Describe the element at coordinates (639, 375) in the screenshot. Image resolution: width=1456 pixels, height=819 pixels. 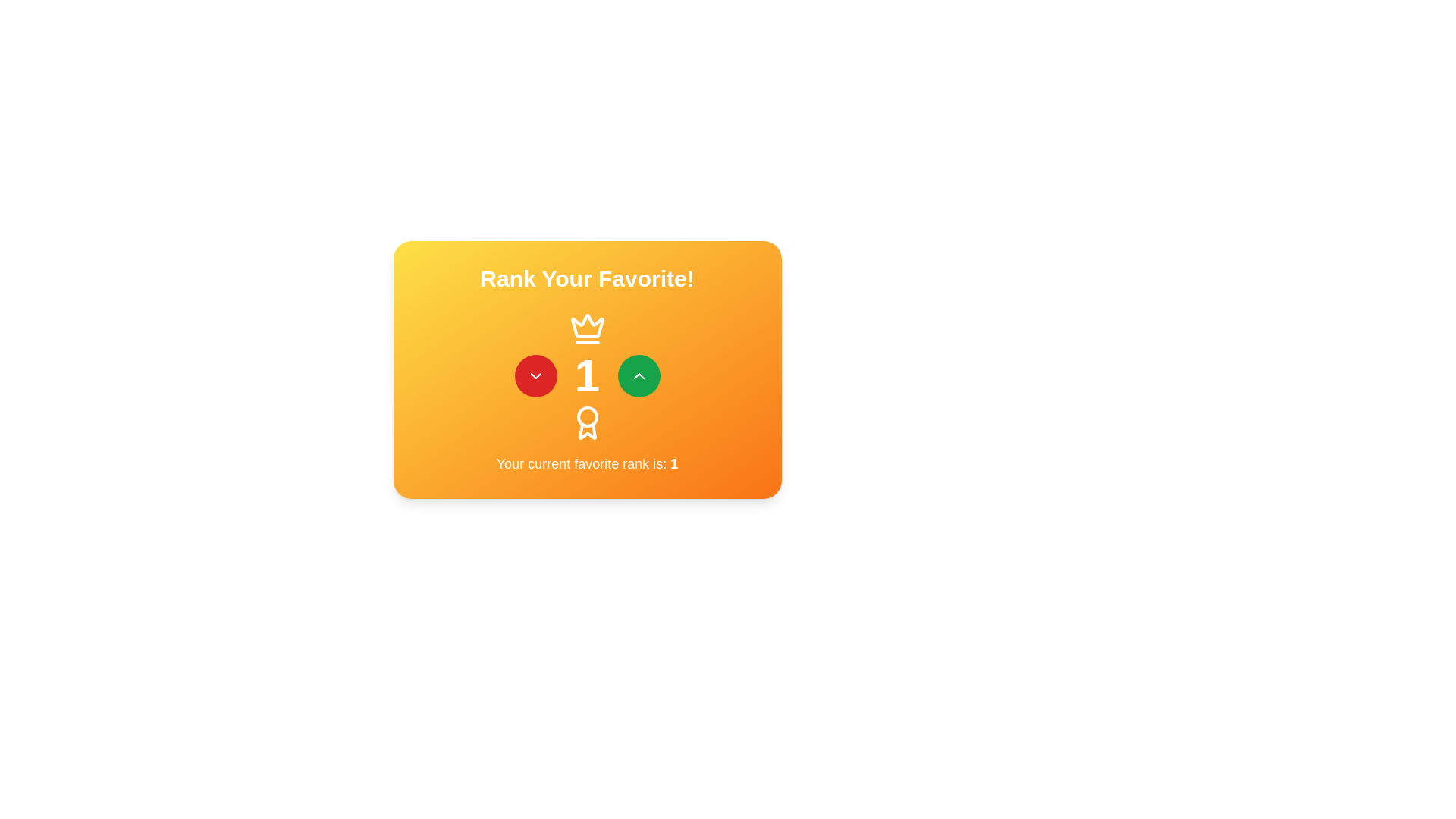
I see `the button located to the right of the digit '1', which is used to increase the rank of the item, to change its color` at that location.